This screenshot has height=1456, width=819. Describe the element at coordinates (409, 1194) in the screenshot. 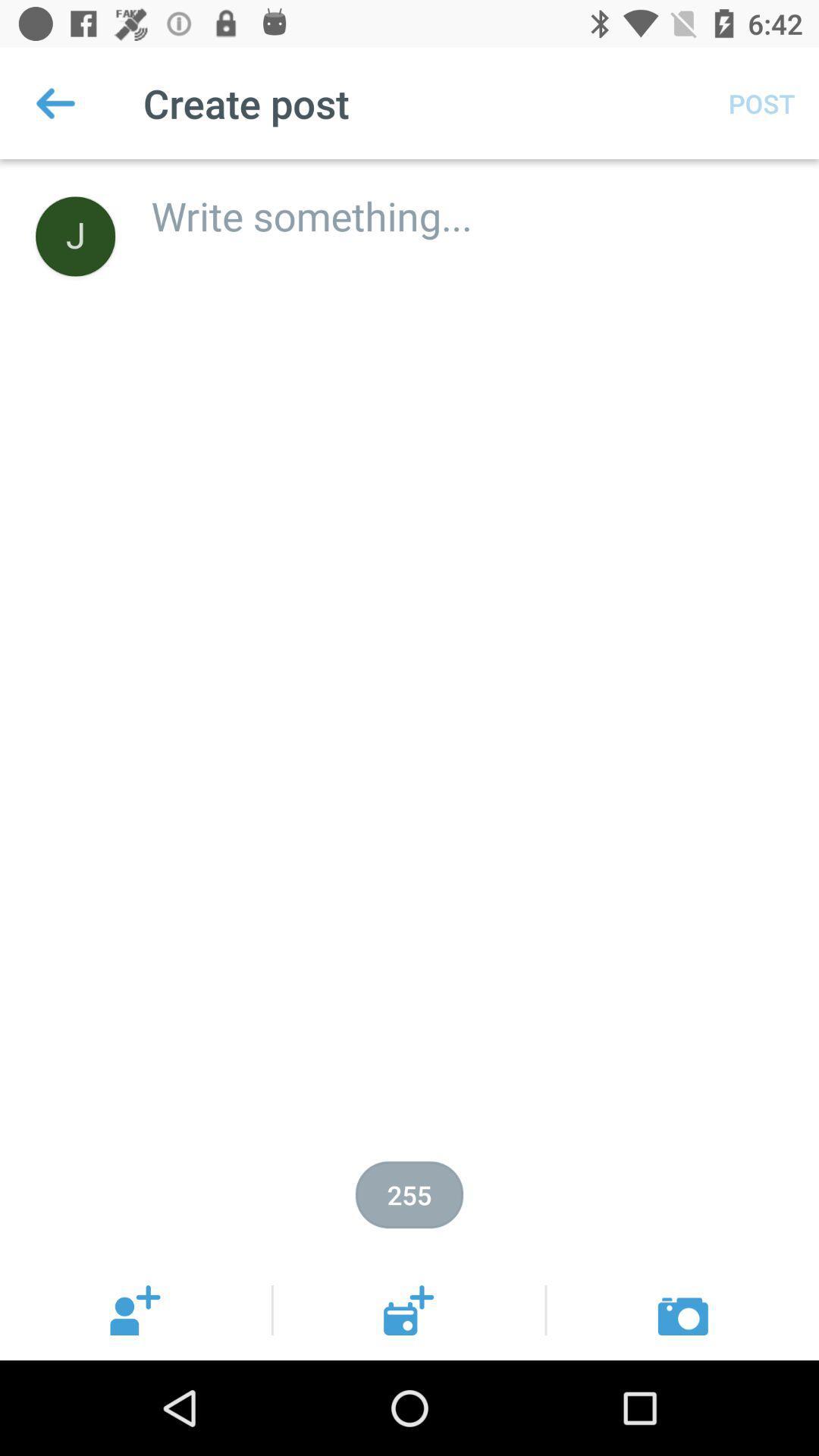

I see `255` at that location.